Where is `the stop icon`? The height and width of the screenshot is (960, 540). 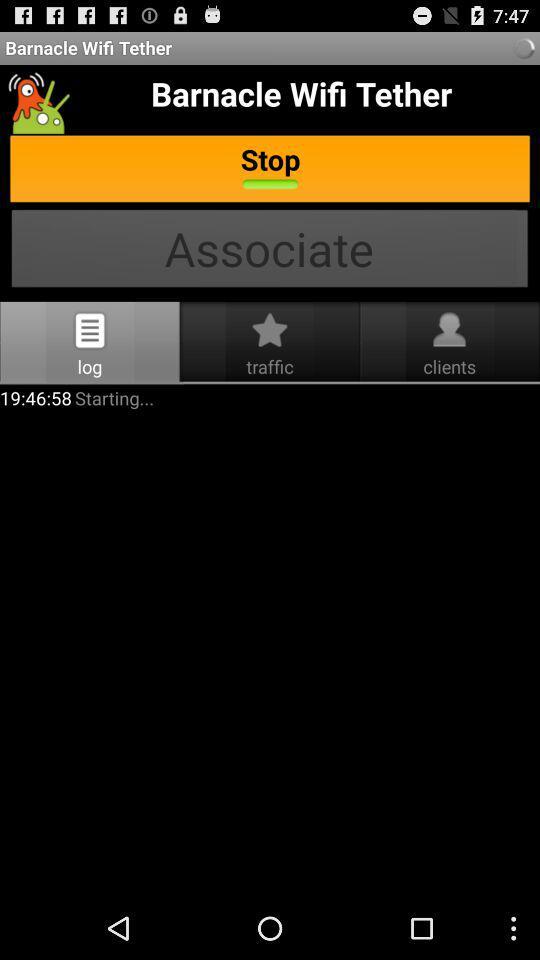 the stop icon is located at coordinates (270, 169).